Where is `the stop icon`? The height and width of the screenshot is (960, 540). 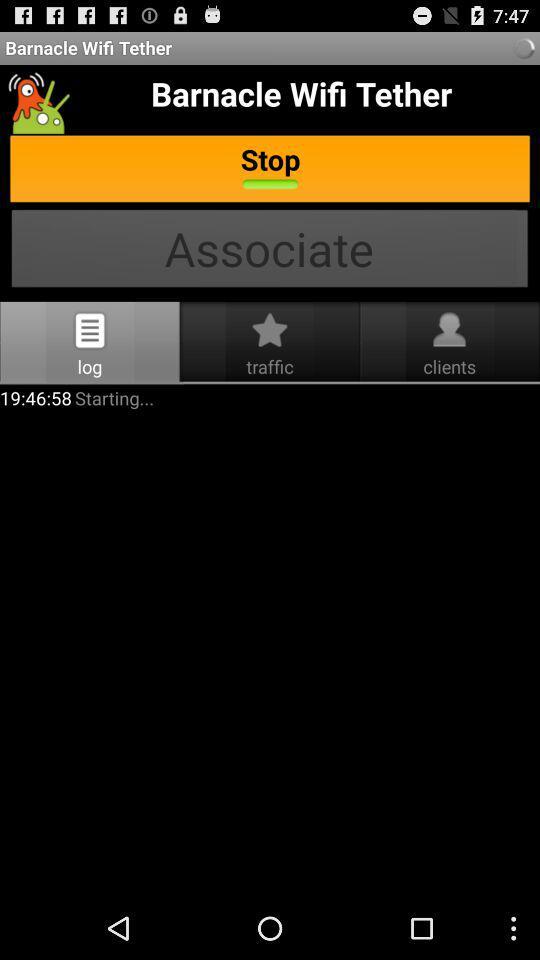 the stop icon is located at coordinates (270, 169).